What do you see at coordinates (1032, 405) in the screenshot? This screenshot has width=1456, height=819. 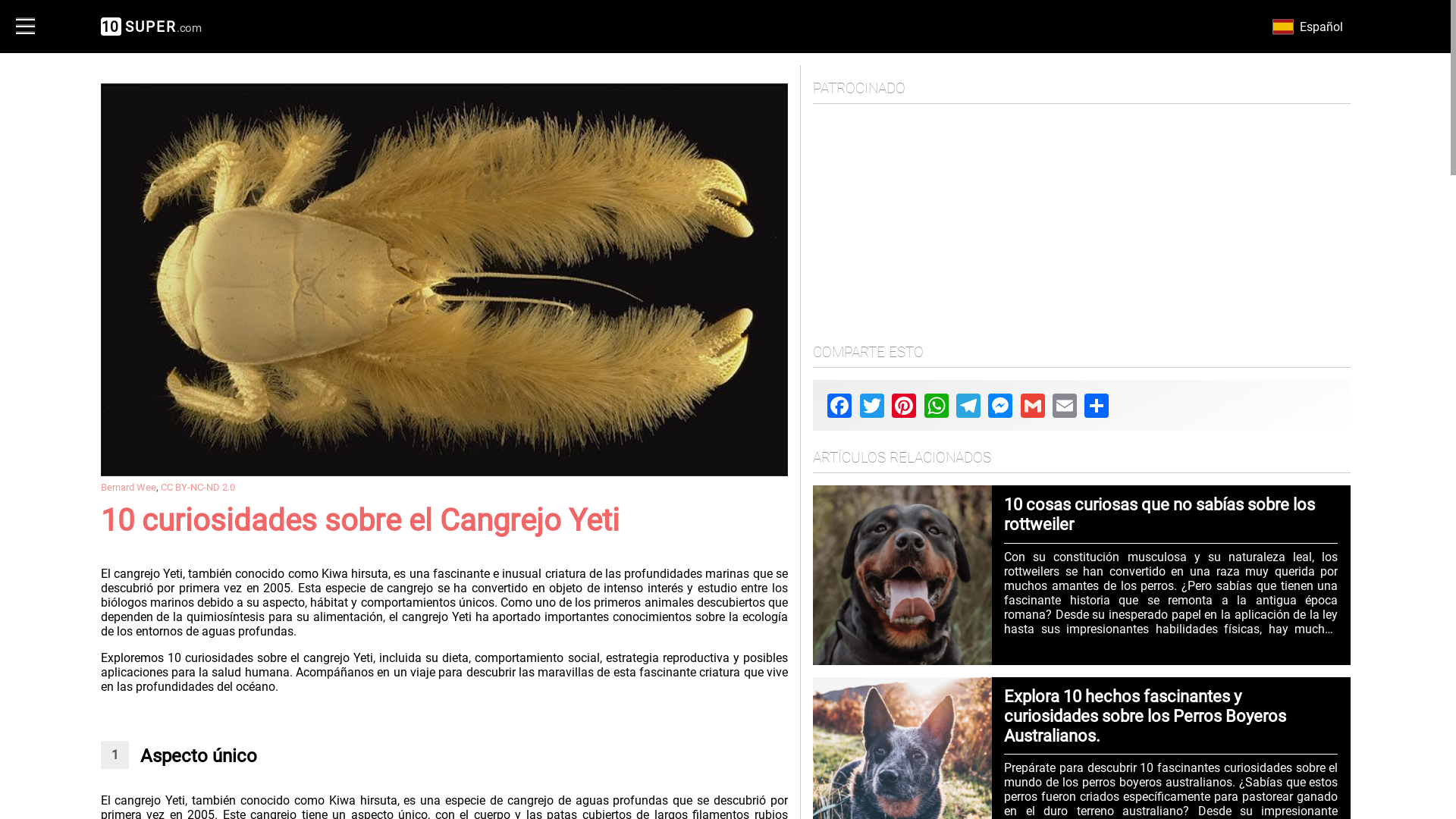 I see `'Gmail'` at bounding box center [1032, 405].